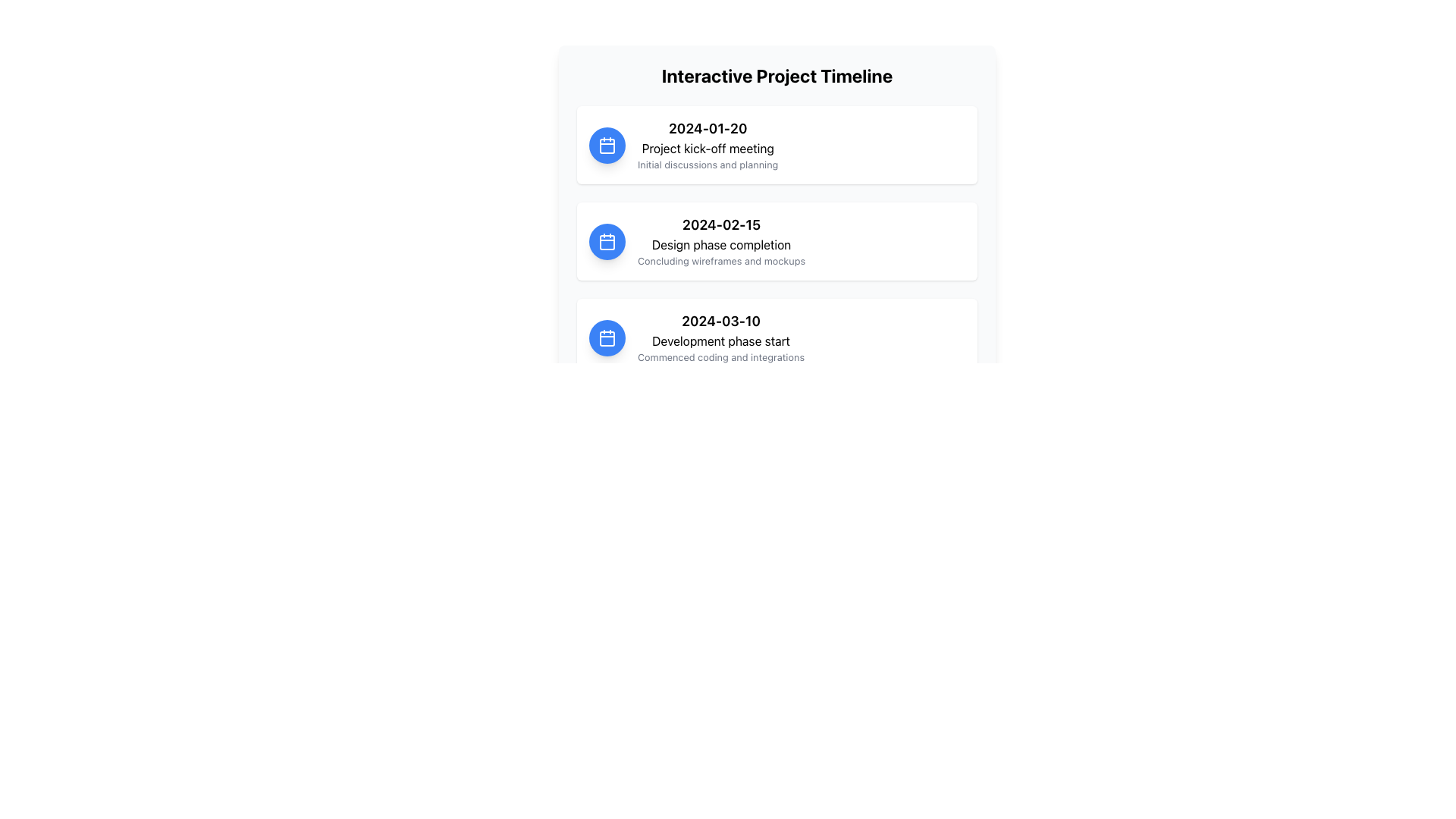 The height and width of the screenshot is (819, 1456). What do you see at coordinates (777, 240) in the screenshot?
I see `information displayed on the second card in the vertically stacked list of project timeline events, which includes the date, title, and detailed description` at bounding box center [777, 240].